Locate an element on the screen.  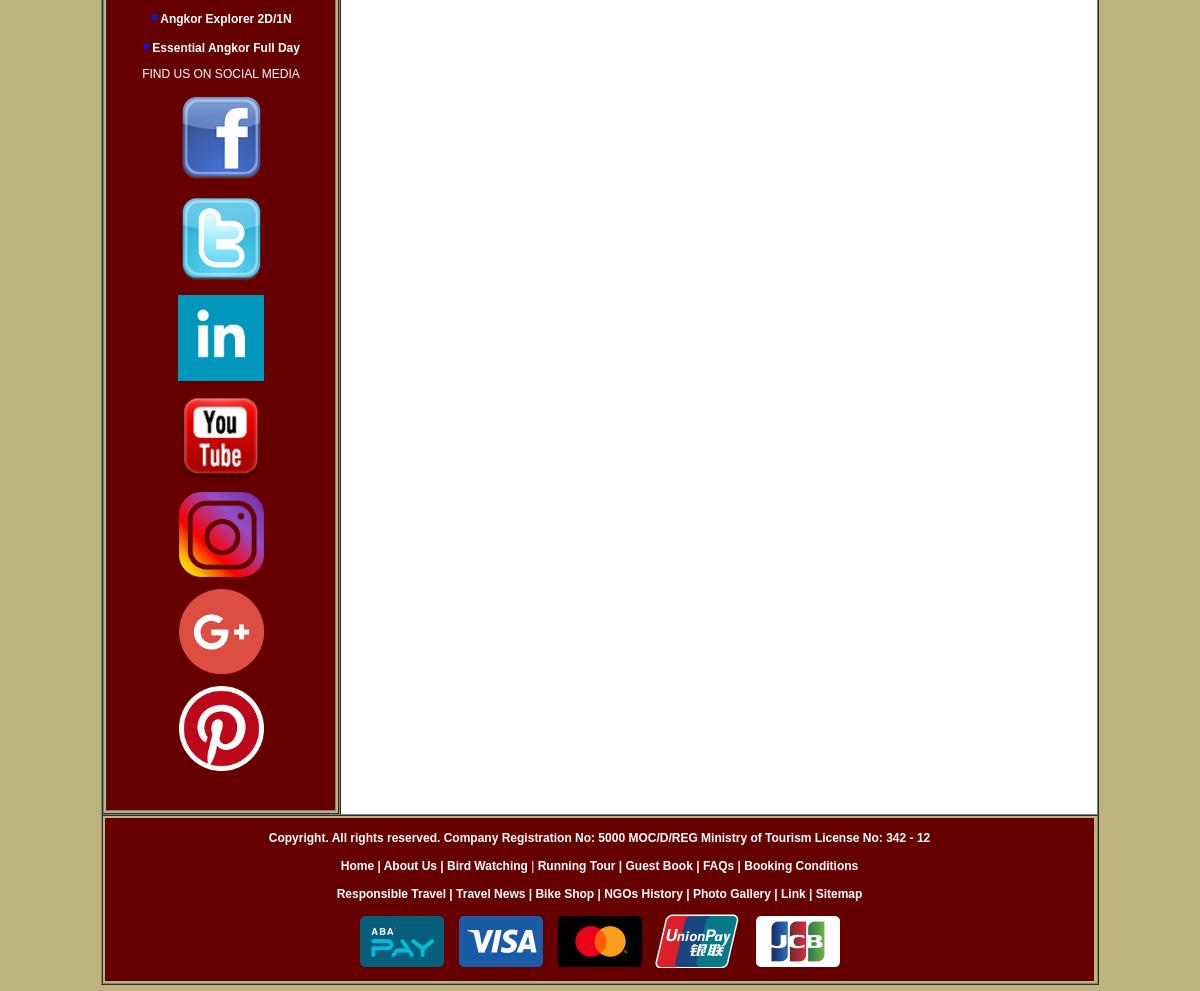
'Photo Gallery' is located at coordinates (731, 893).